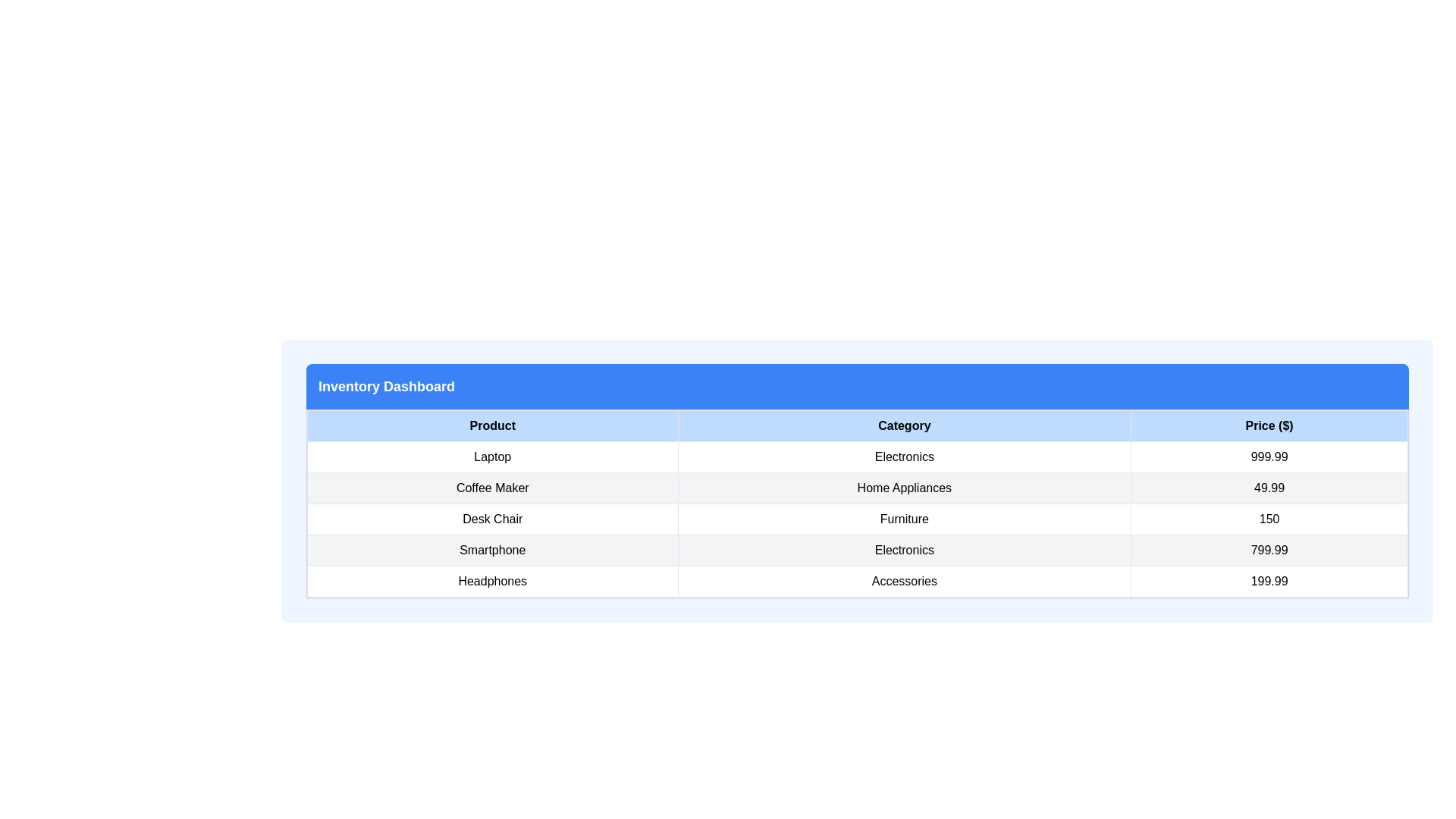 The image size is (1456, 819). Describe the element at coordinates (492, 519) in the screenshot. I see `the 'Desk Chair' text label, which is displayed in a bold font under the 'Product' column in the third row of a table` at that location.